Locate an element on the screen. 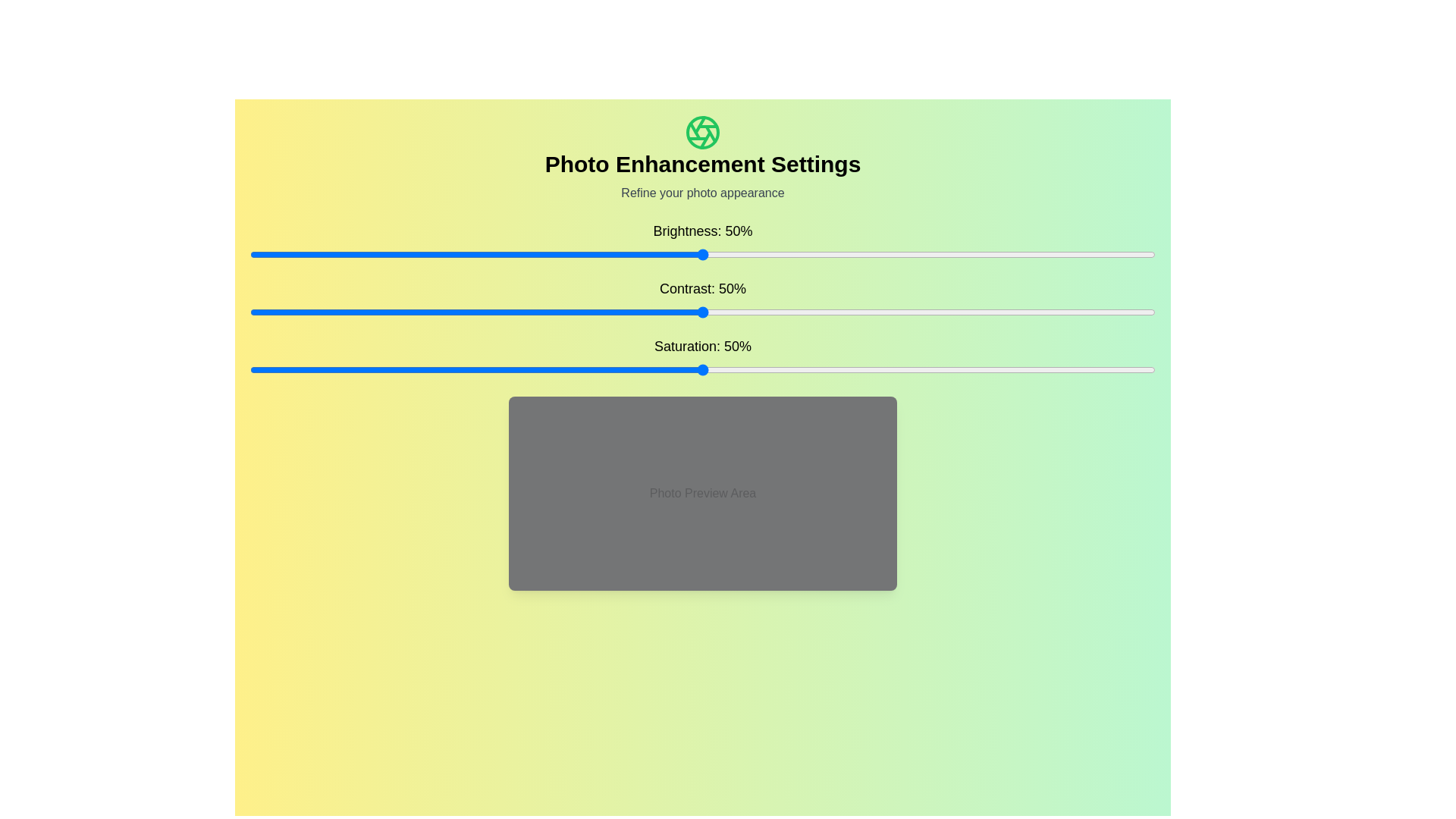  the brightness slider to set the brightness to 68% is located at coordinates (866, 253).